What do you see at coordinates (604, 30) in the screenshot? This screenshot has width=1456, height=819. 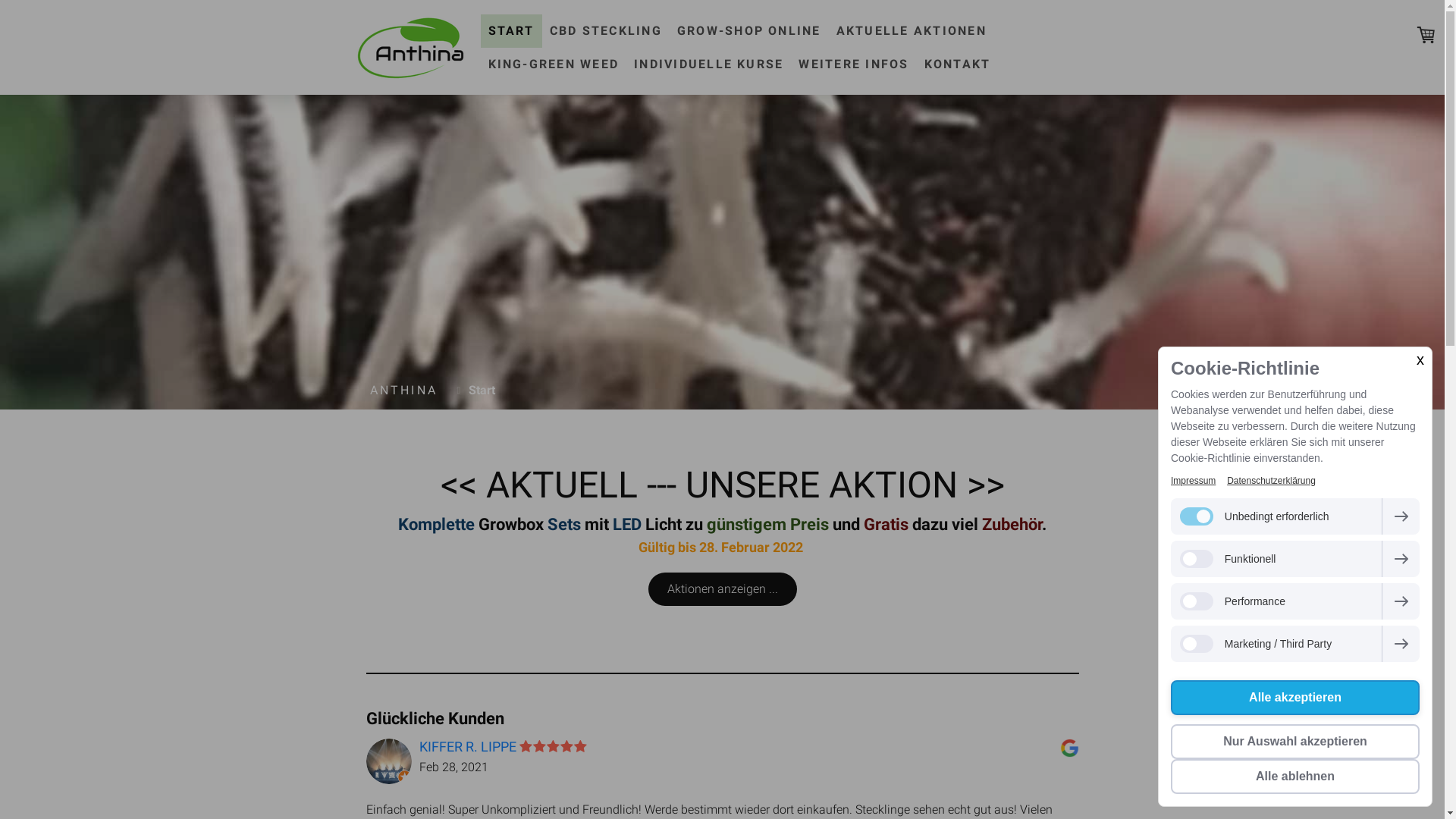 I see `'CBD STECKLING'` at bounding box center [604, 30].